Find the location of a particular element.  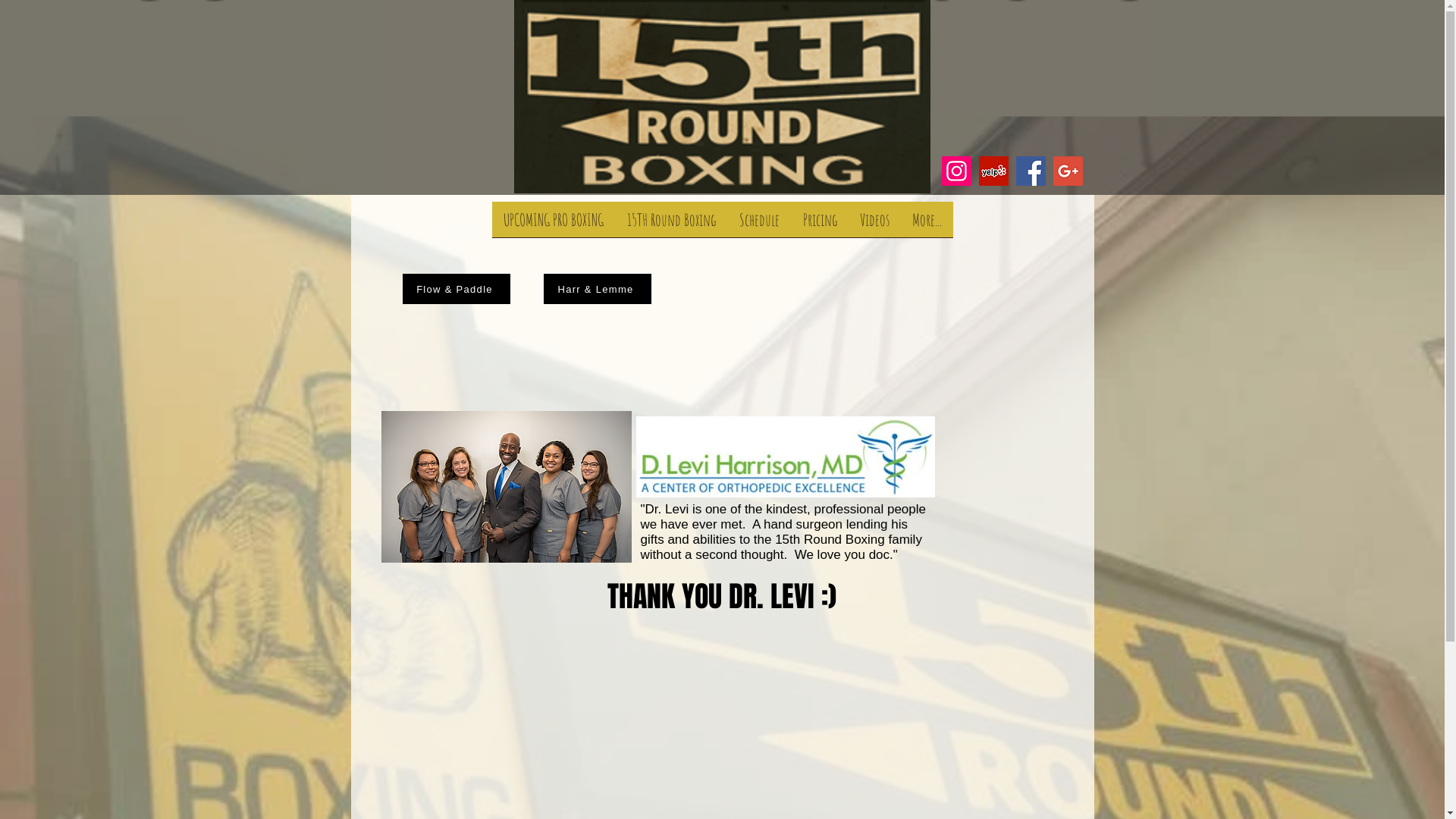

'Videos' is located at coordinates (874, 224).